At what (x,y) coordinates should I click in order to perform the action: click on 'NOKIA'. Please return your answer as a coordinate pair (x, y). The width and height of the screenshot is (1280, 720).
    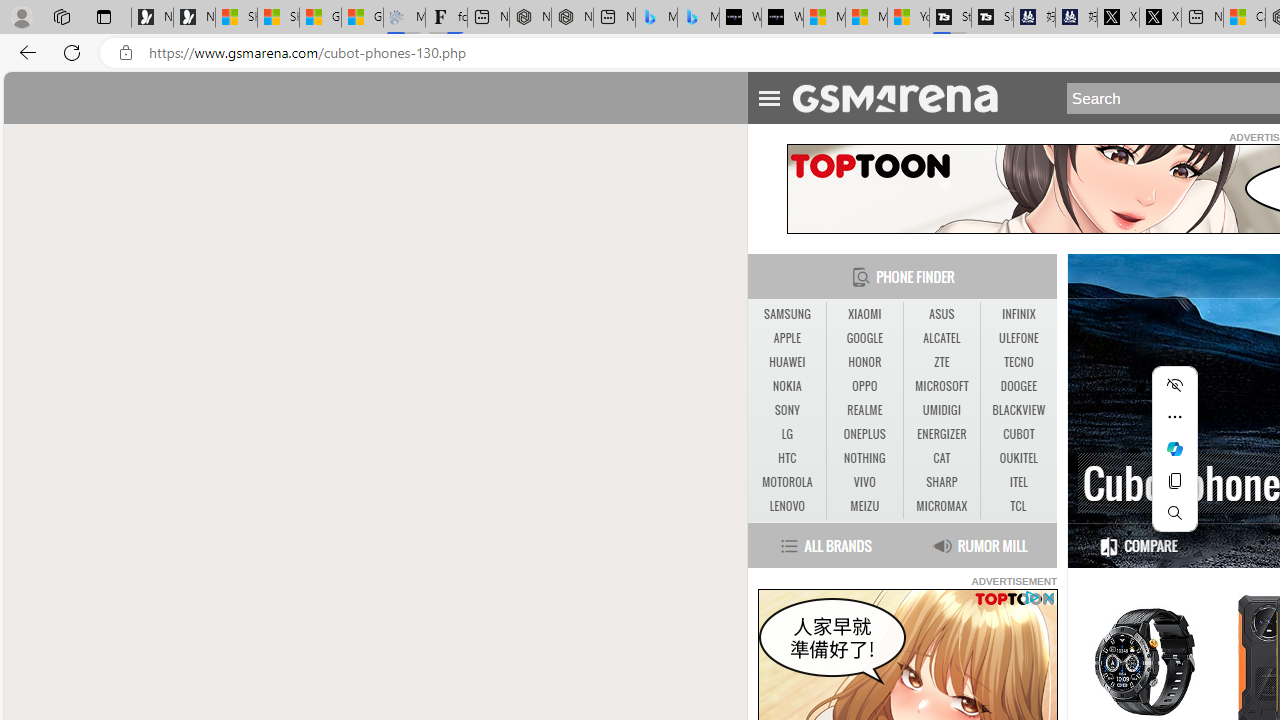
    Looking at the image, I should click on (786, 387).